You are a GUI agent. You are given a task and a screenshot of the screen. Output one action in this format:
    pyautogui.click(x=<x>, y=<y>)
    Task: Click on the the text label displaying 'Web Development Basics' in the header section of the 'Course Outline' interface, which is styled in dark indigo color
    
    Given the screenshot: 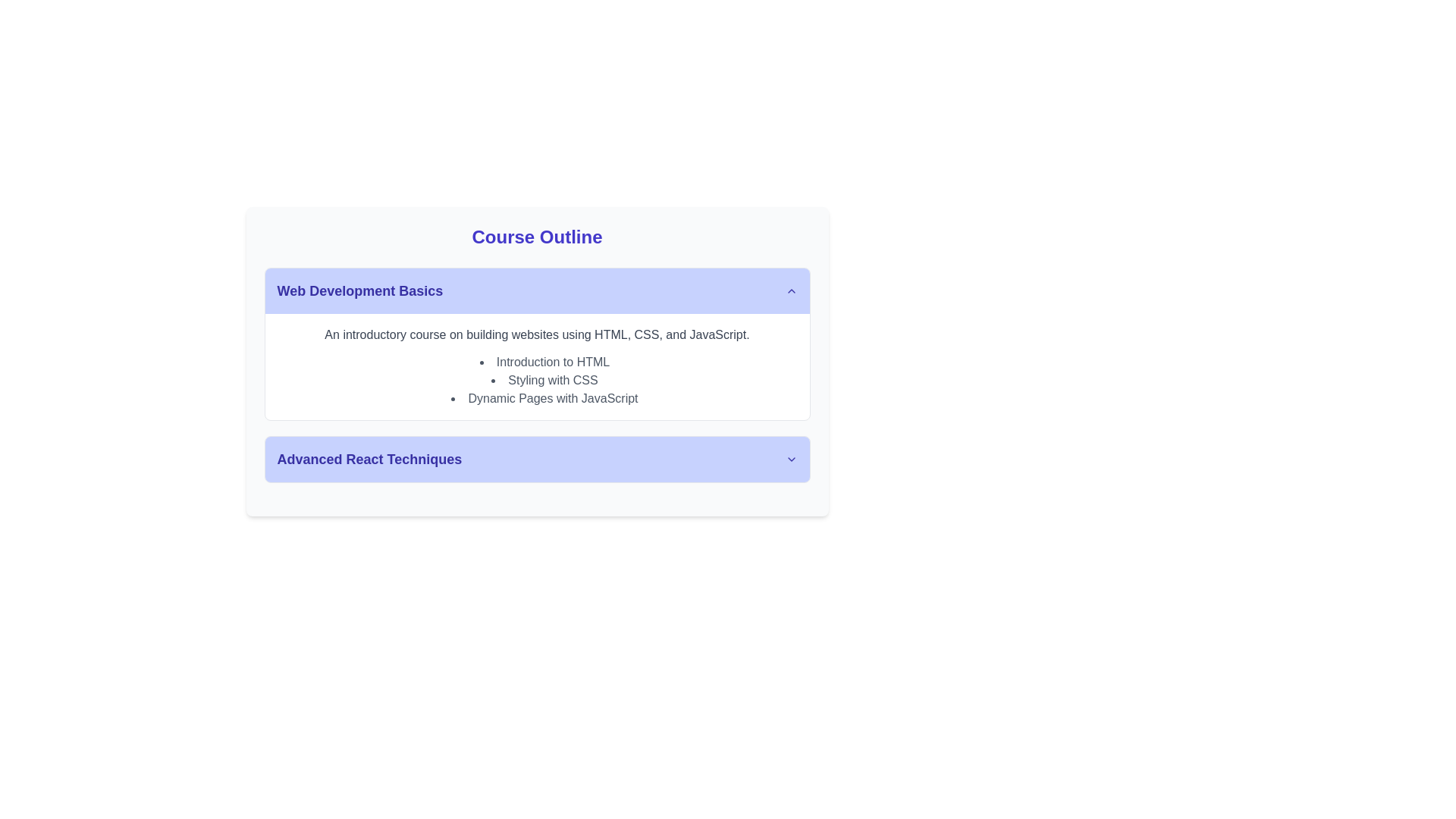 What is the action you would take?
    pyautogui.click(x=359, y=291)
    